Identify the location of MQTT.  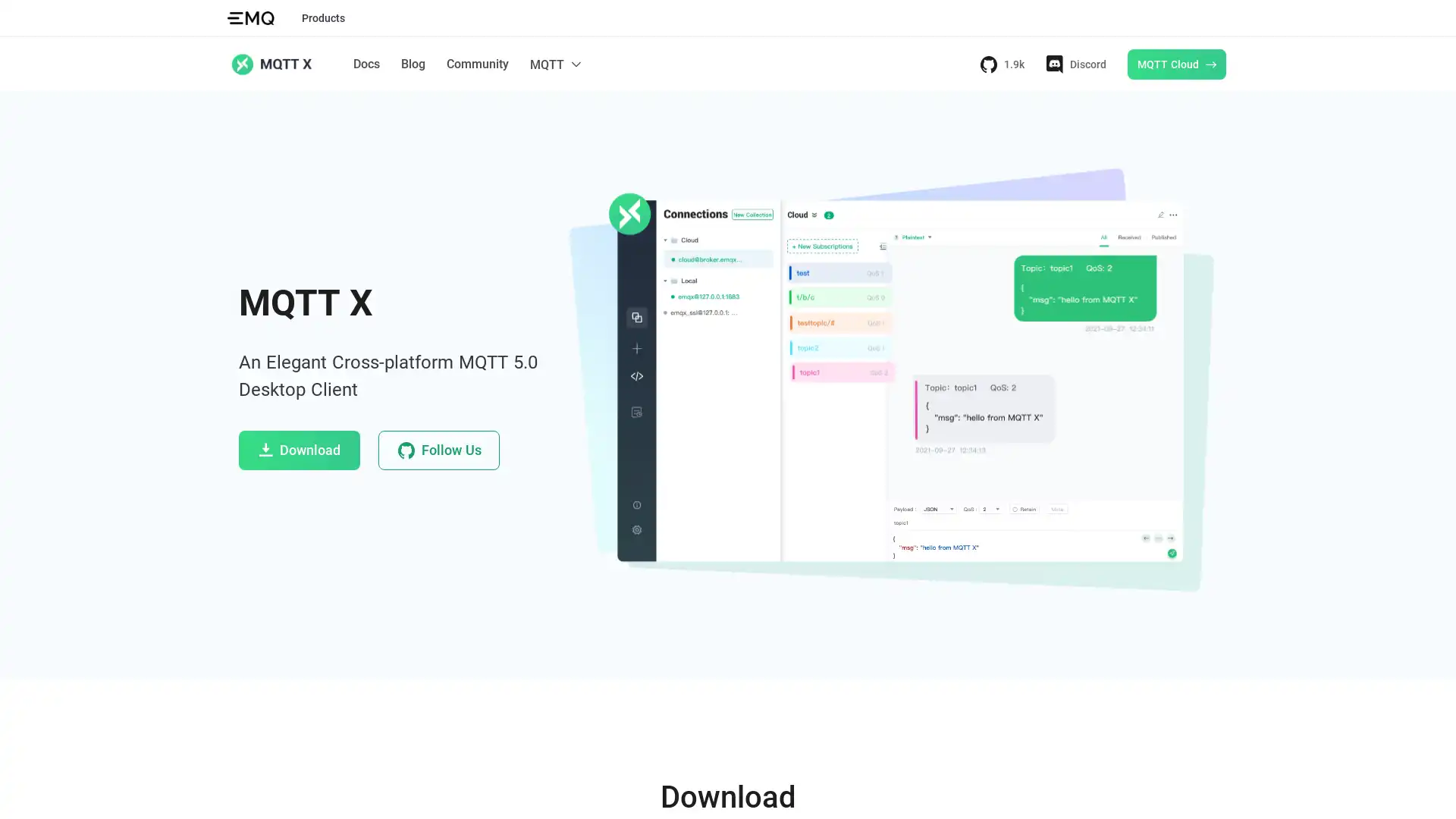
(555, 63).